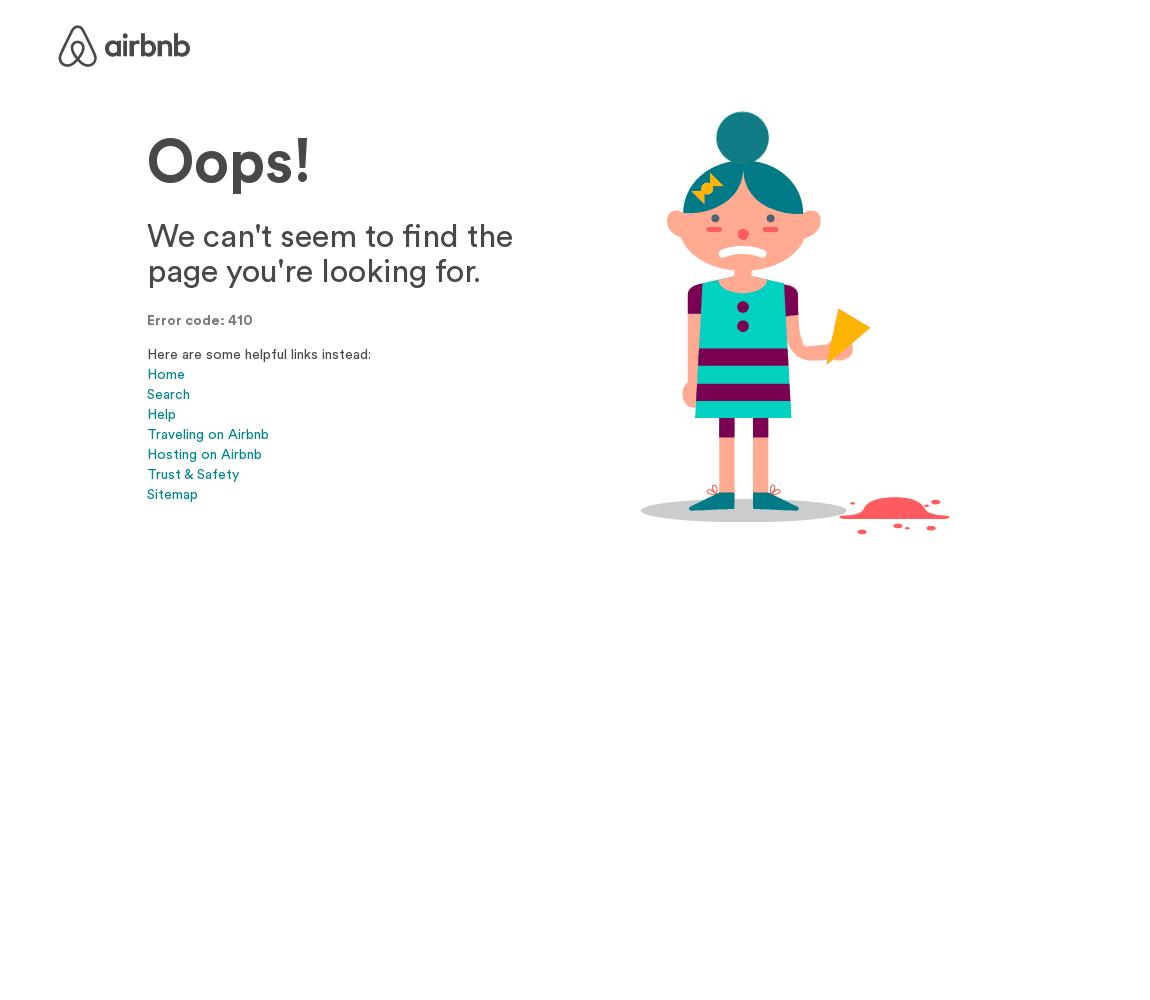  I want to click on 'Traveling on Airbnb', so click(207, 433).